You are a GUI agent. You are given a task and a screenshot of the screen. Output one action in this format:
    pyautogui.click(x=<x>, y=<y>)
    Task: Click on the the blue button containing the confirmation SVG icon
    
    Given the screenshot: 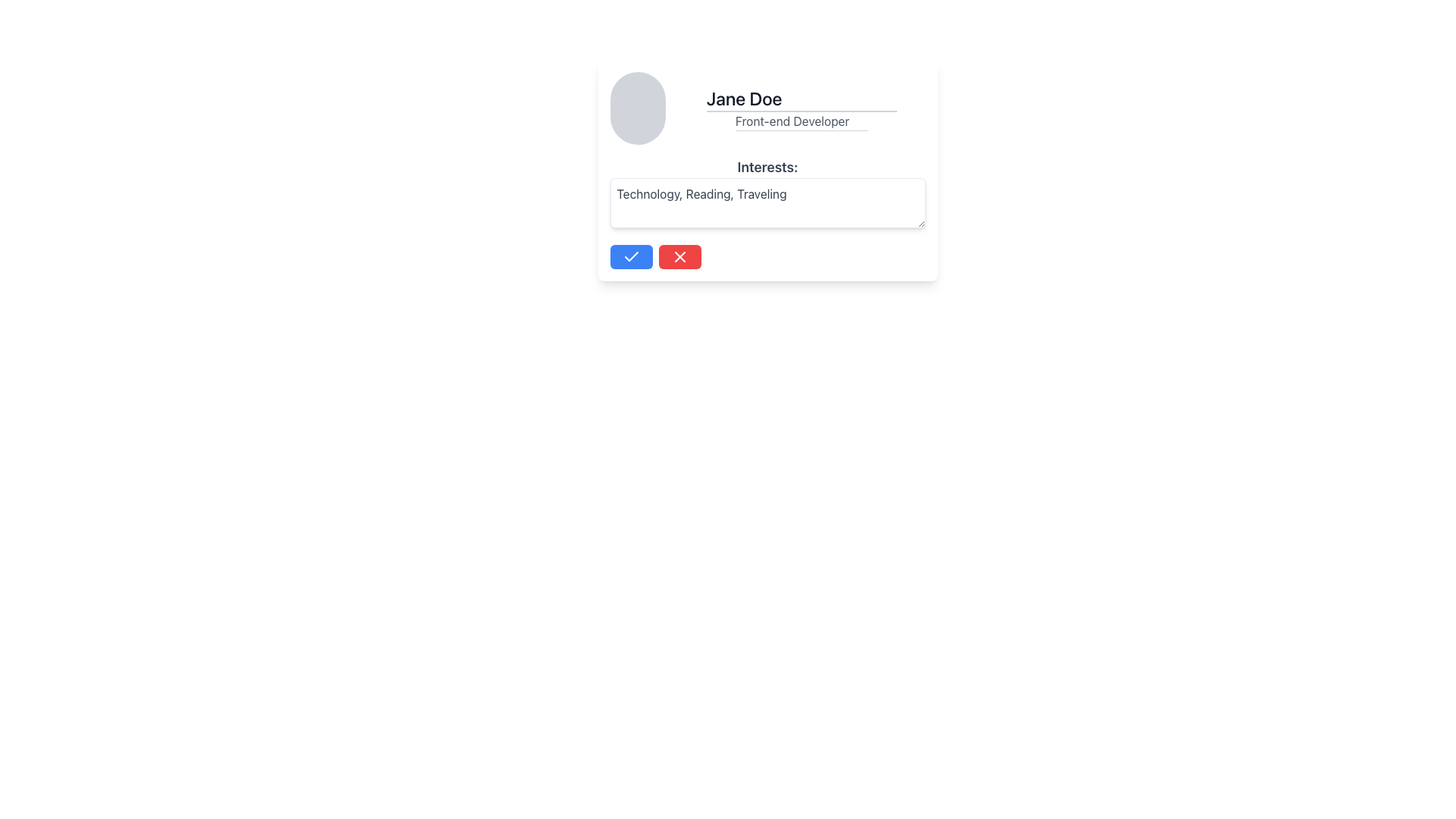 What is the action you would take?
    pyautogui.click(x=631, y=256)
    